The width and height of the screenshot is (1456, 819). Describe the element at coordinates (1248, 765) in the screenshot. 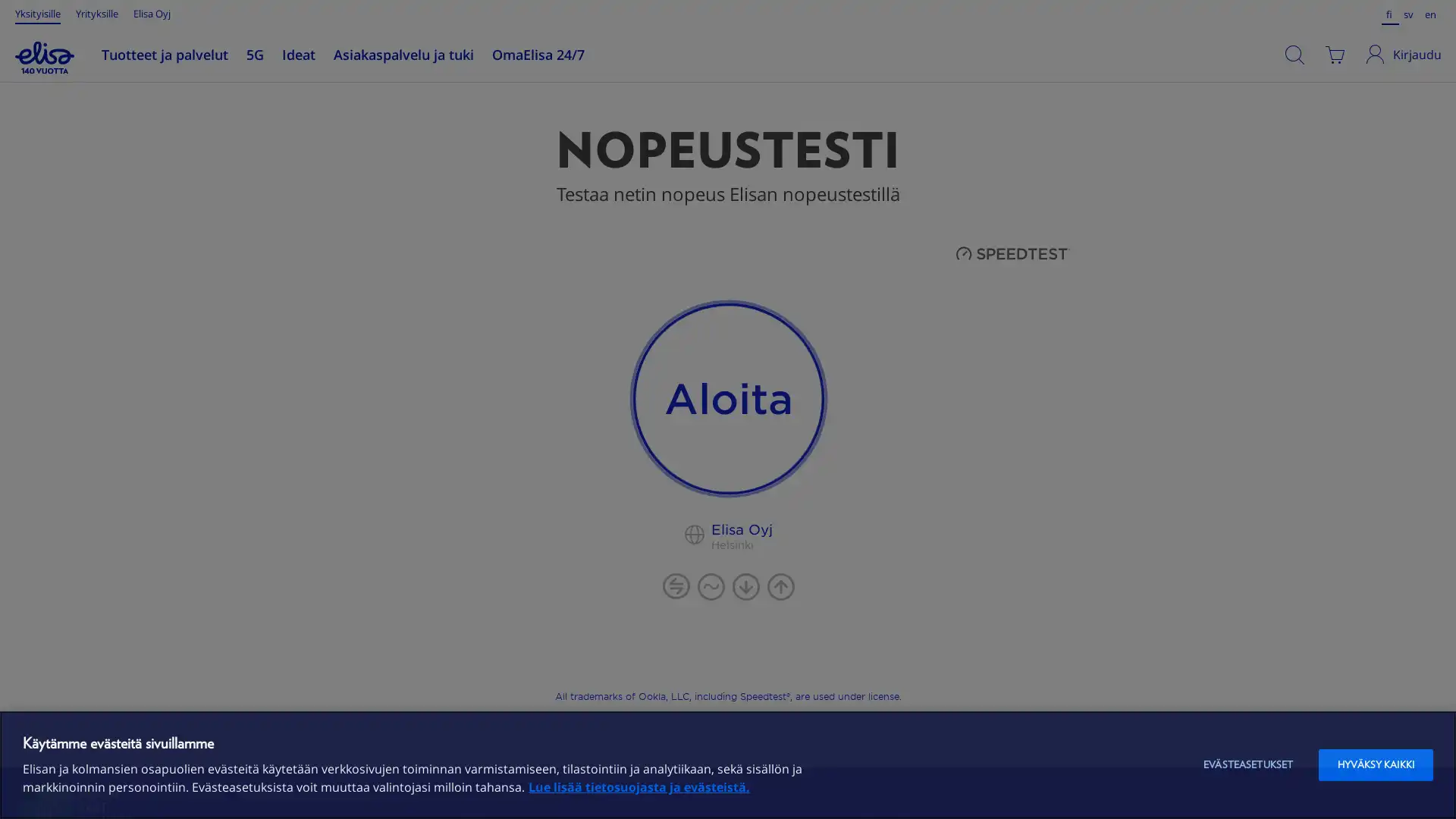

I see `EVASTEASETUKSET` at that location.